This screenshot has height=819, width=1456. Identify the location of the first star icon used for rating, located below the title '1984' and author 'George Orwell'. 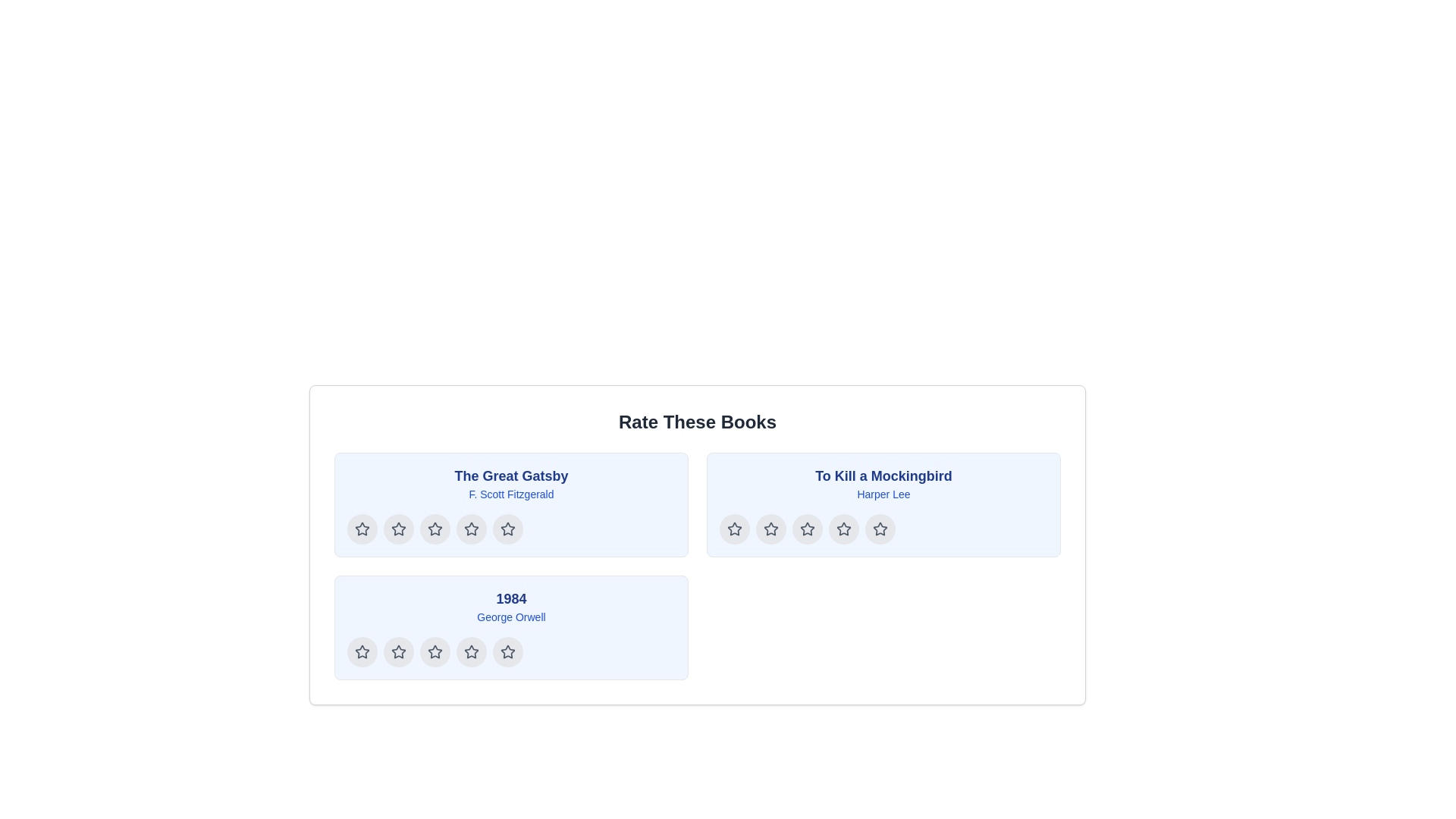
(399, 651).